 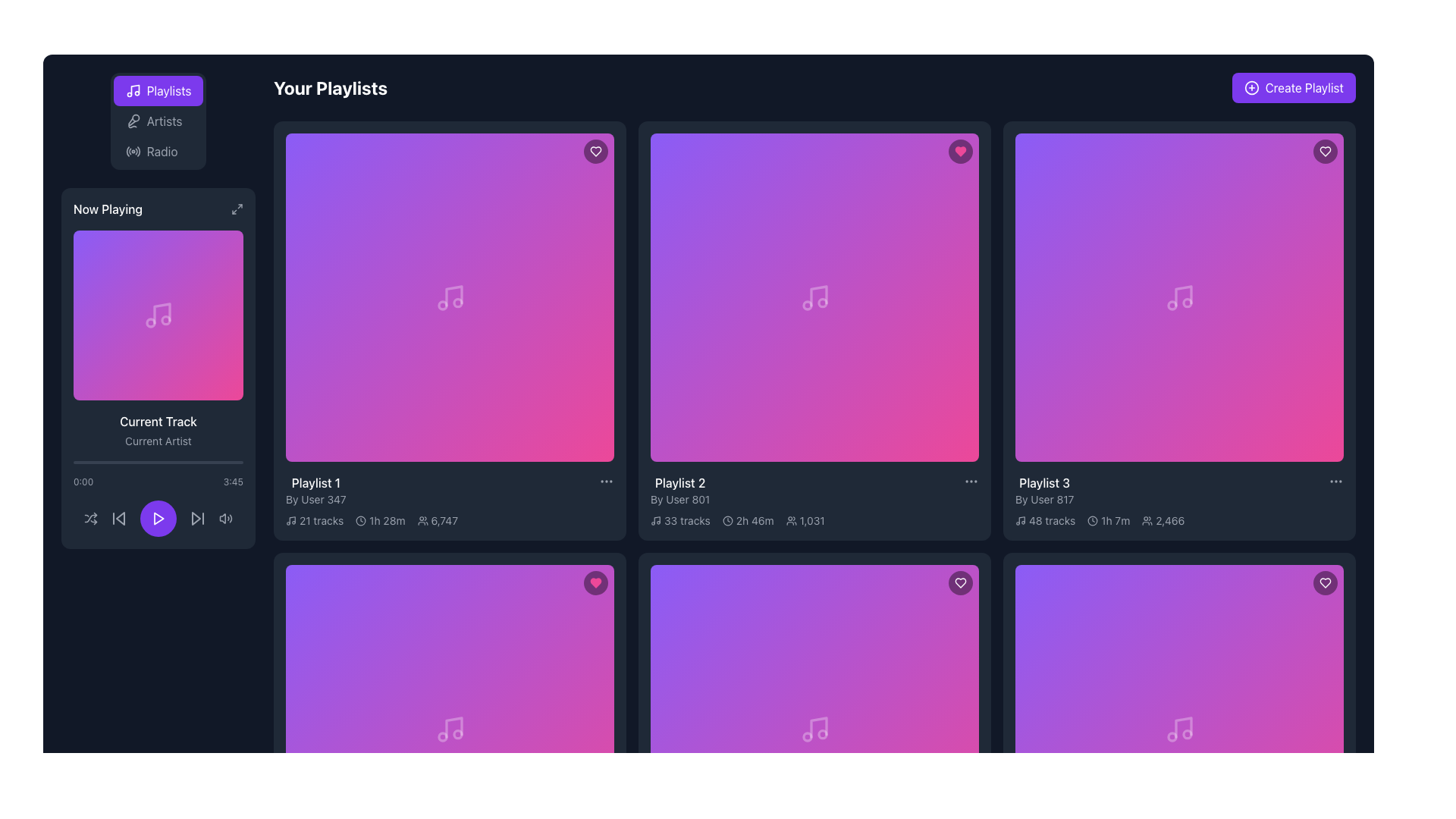 What do you see at coordinates (158, 120) in the screenshot?
I see `the 'Playlists', 'Artists', and 'Radio' options in the Navigation menu` at bounding box center [158, 120].